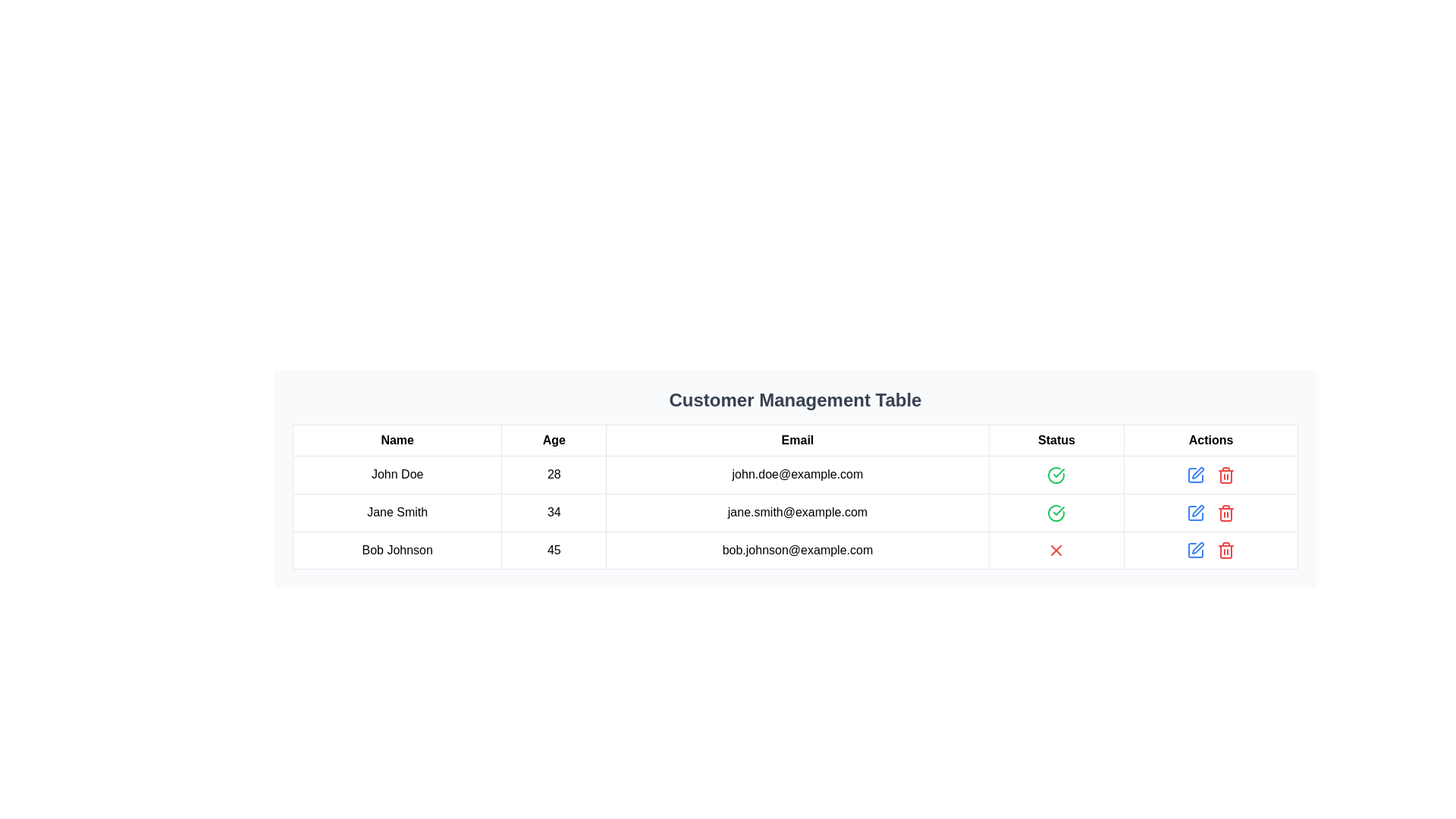 The height and width of the screenshot is (819, 1456). What do you see at coordinates (795, 512) in the screenshot?
I see `the second row in the 'Customer Management Table' for the individual named Jane Smith, which includes details about her name, age, and email` at bounding box center [795, 512].